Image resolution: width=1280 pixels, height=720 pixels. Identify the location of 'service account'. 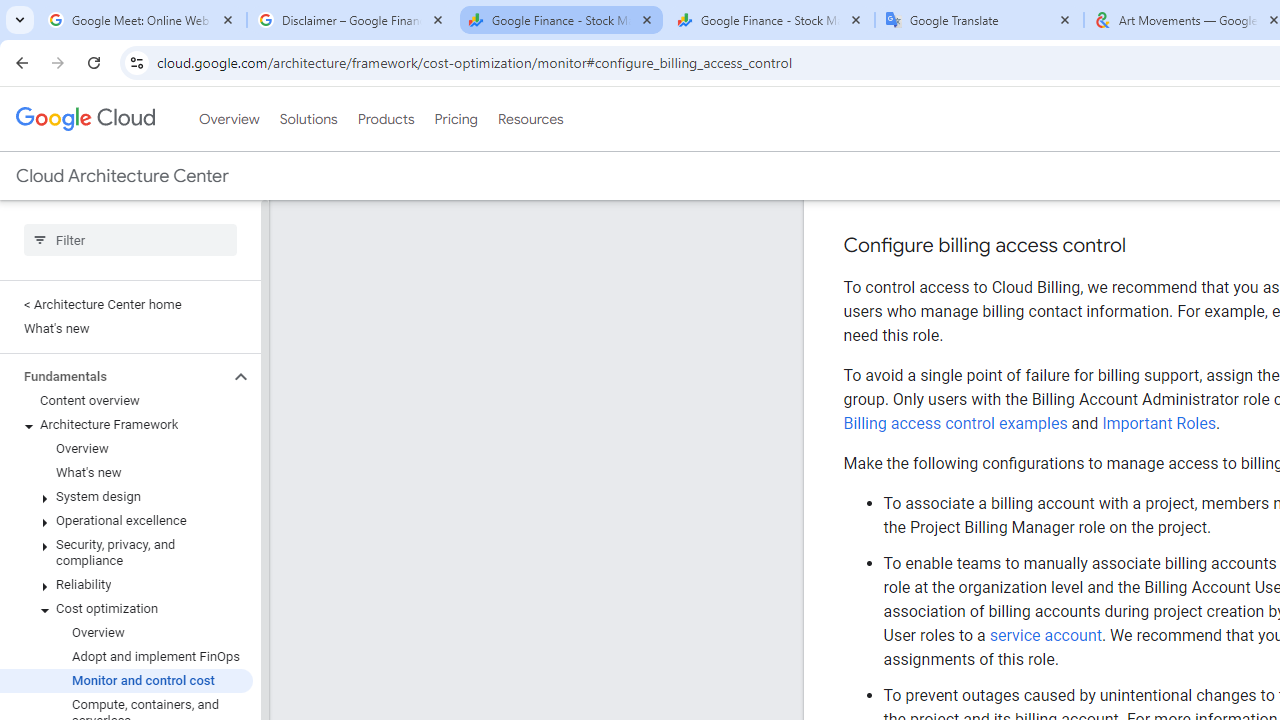
(1044, 635).